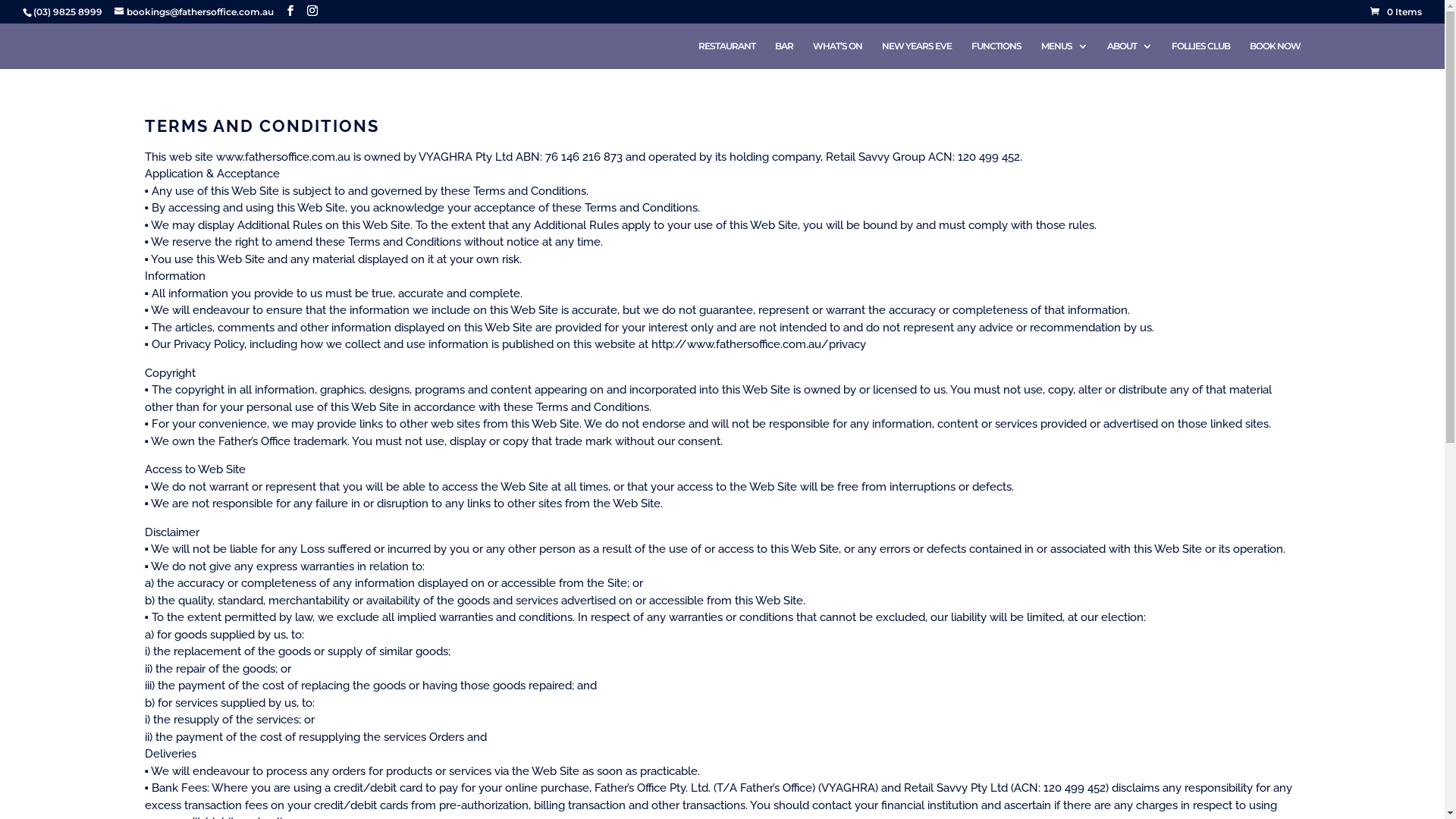  I want to click on 'bookings@fathersoffice.com.au', so click(113, 11).